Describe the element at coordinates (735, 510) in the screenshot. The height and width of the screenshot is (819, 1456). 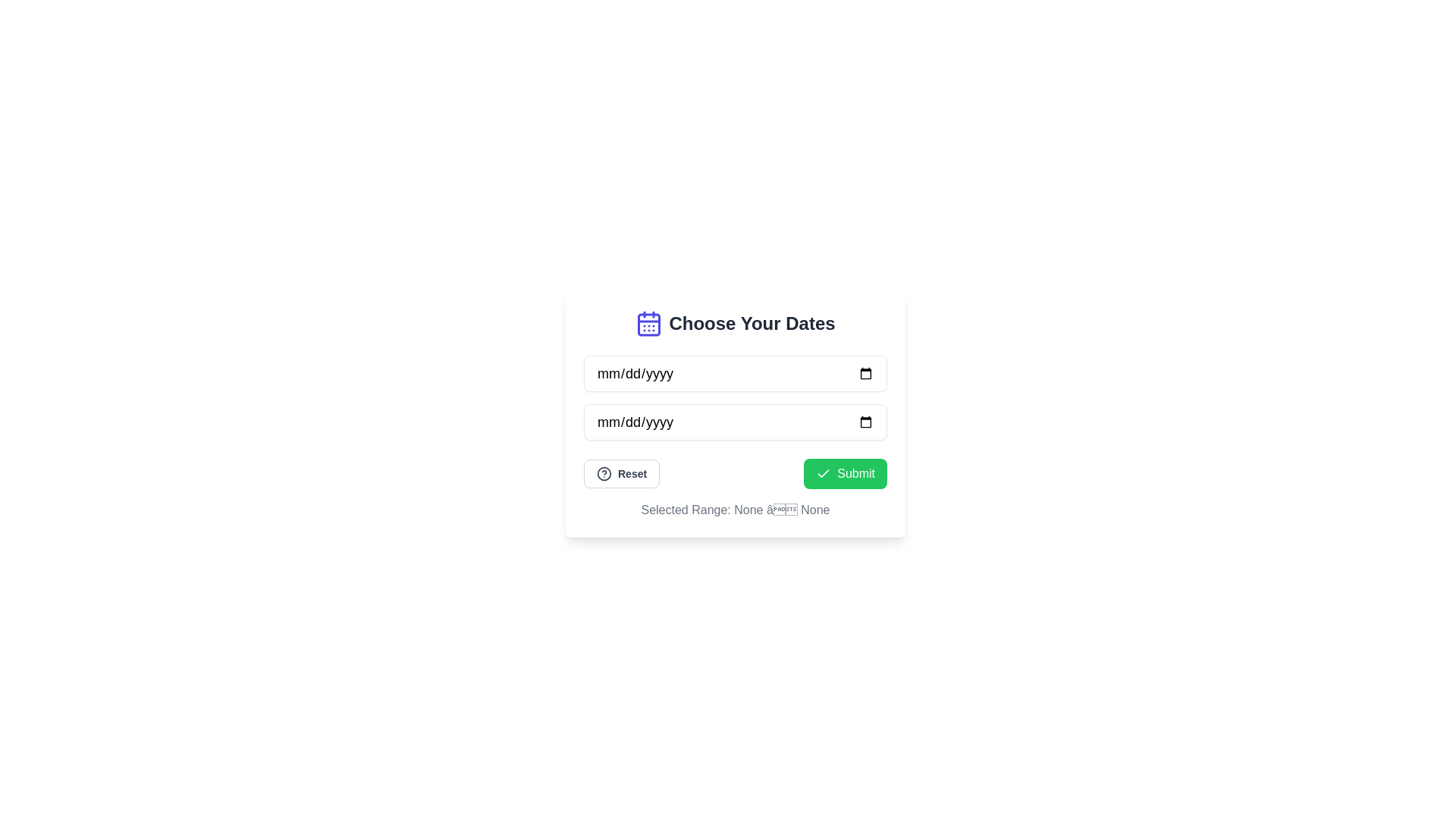
I see `the static textual indicator that displays feedback about the selected date range, located below the green 'Submit' button` at that location.